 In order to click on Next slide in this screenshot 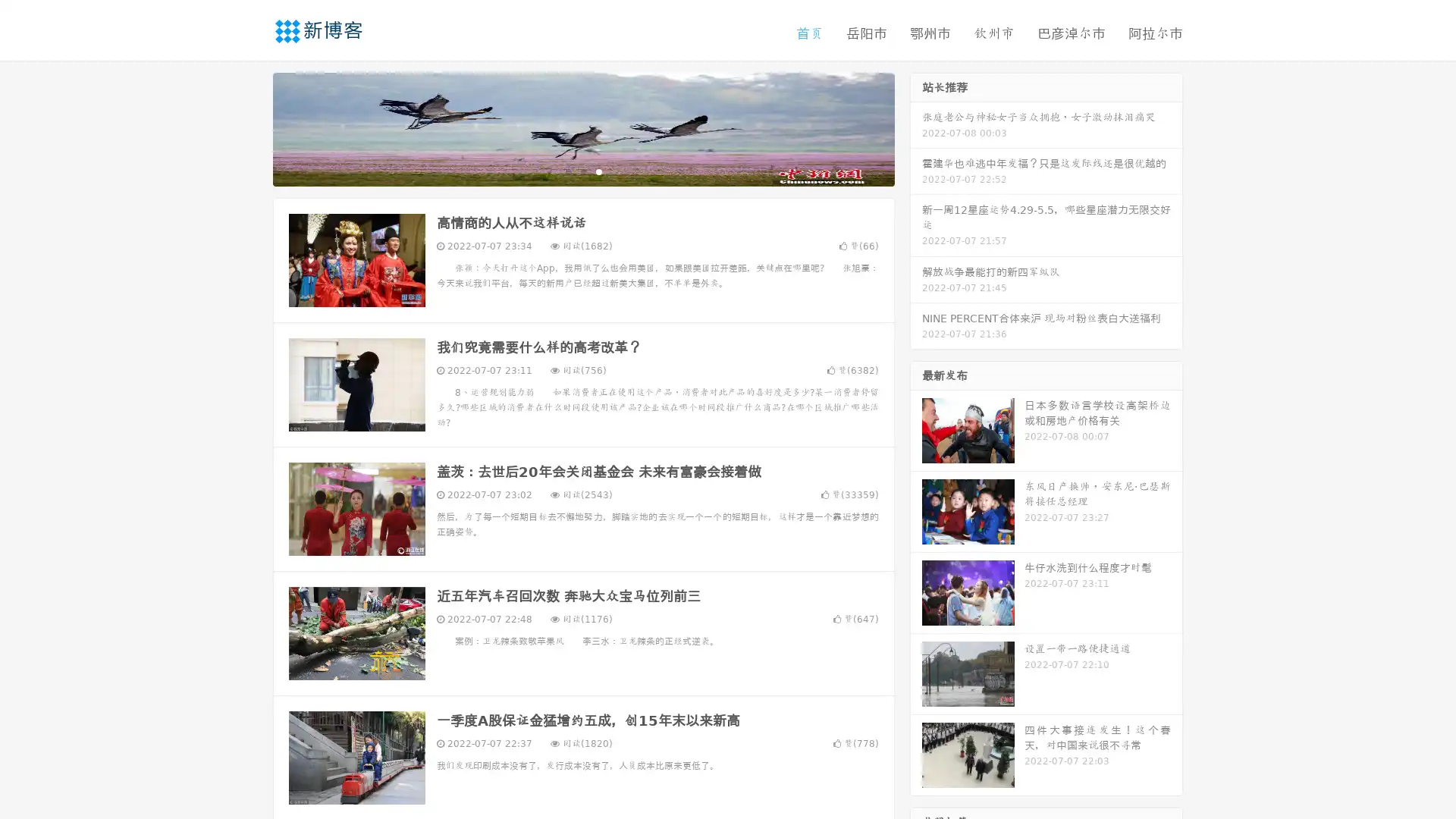, I will do `click(916, 127)`.